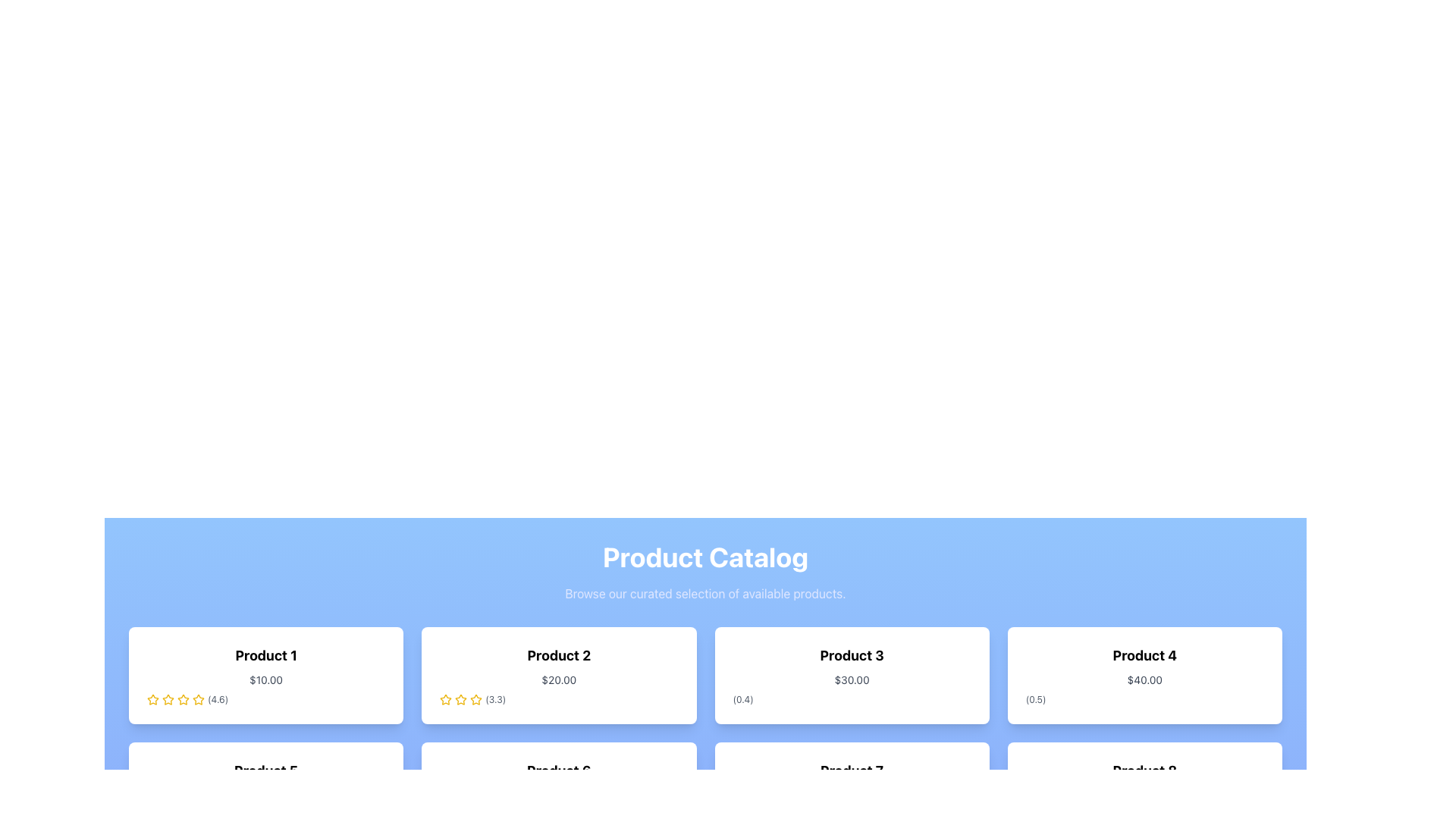  What do you see at coordinates (1144, 675) in the screenshot?
I see `the Information Card displaying product details, located in the first row and fourth column of the grid structure, positioned to the right of 'Product 3' and above 'Product 8'` at bounding box center [1144, 675].